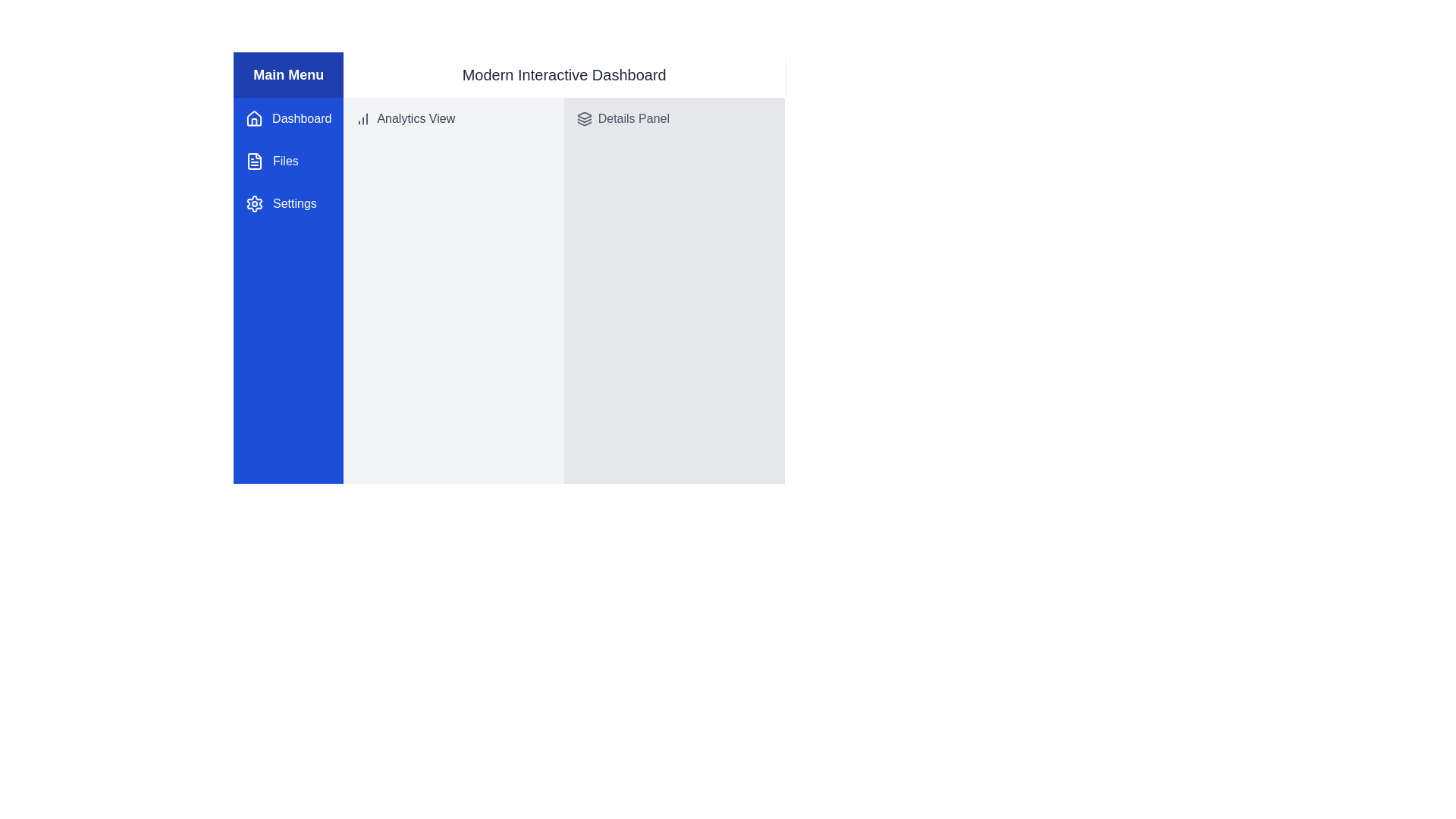 Image resolution: width=1456 pixels, height=819 pixels. Describe the element at coordinates (288, 118) in the screenshot. I see `the 'Dashboard' button in the vertical navigation menu on the left side` at that location.